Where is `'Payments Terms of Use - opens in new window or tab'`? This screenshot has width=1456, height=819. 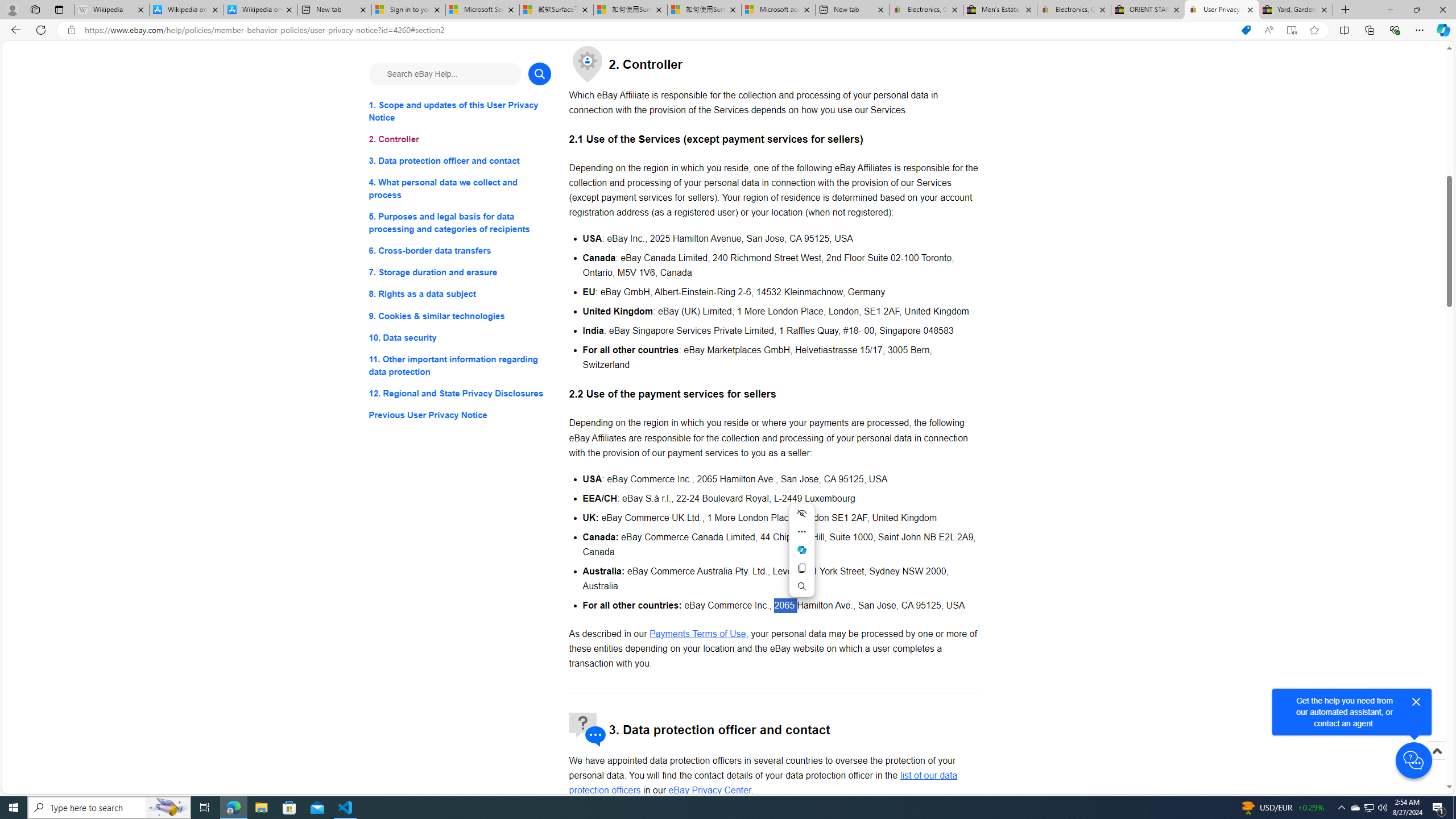 'Payments Terms of Use - opens in new window or tab' is located at coordinates (697, 632).